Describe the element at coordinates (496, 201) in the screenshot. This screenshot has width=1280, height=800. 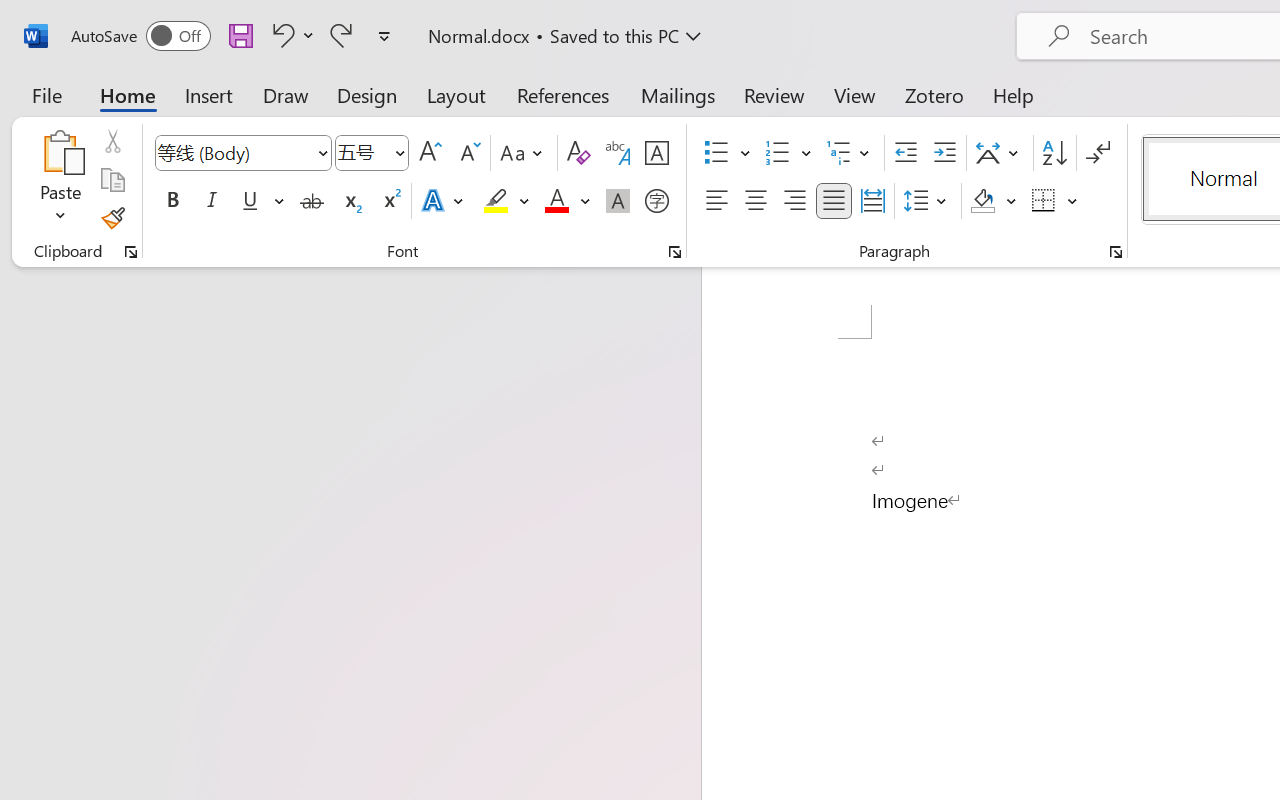
I see `'Text Highlight Color Yellow'` at that location.